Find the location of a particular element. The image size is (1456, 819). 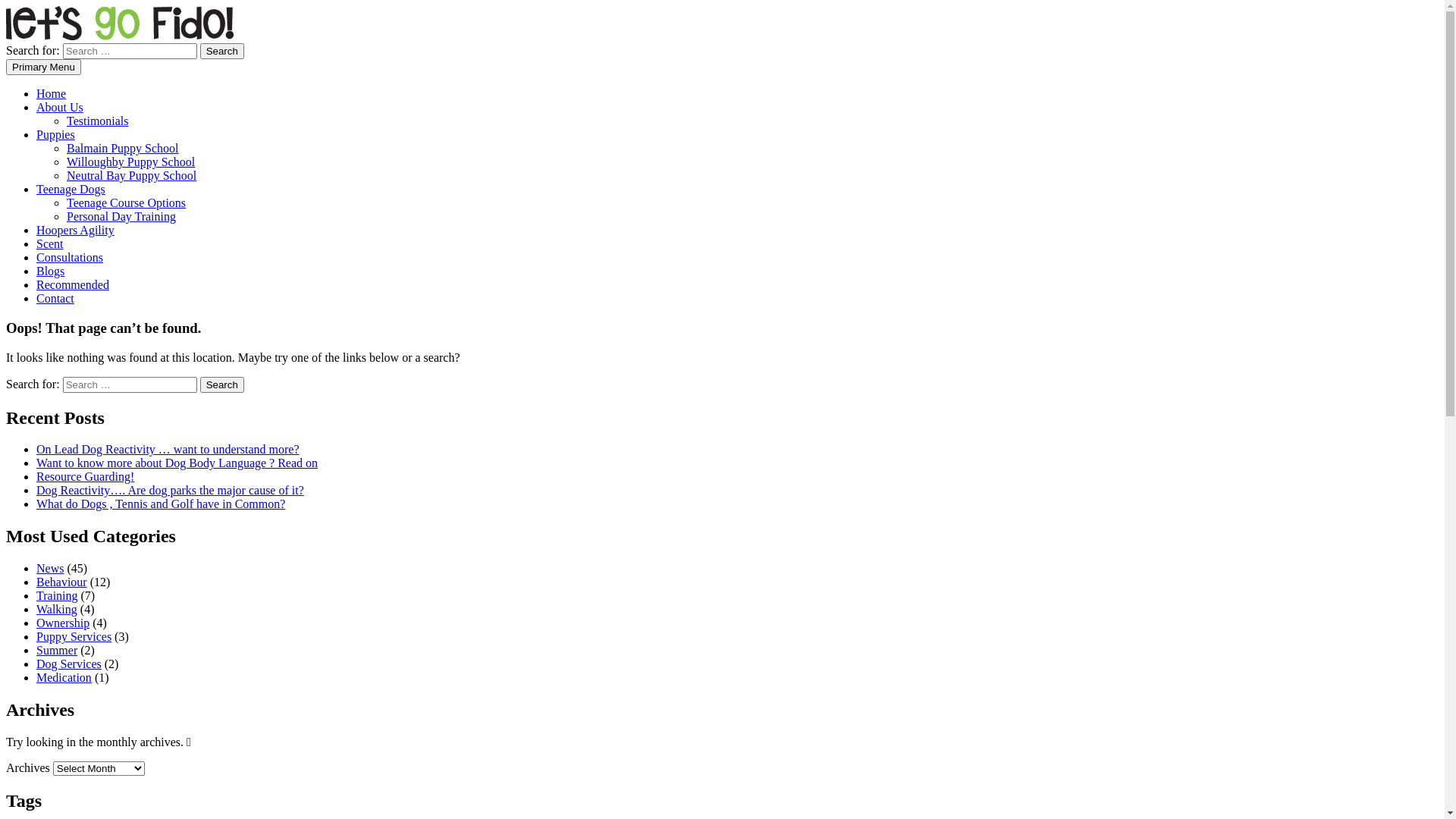

'Home' is located at coordinates (36, 93).